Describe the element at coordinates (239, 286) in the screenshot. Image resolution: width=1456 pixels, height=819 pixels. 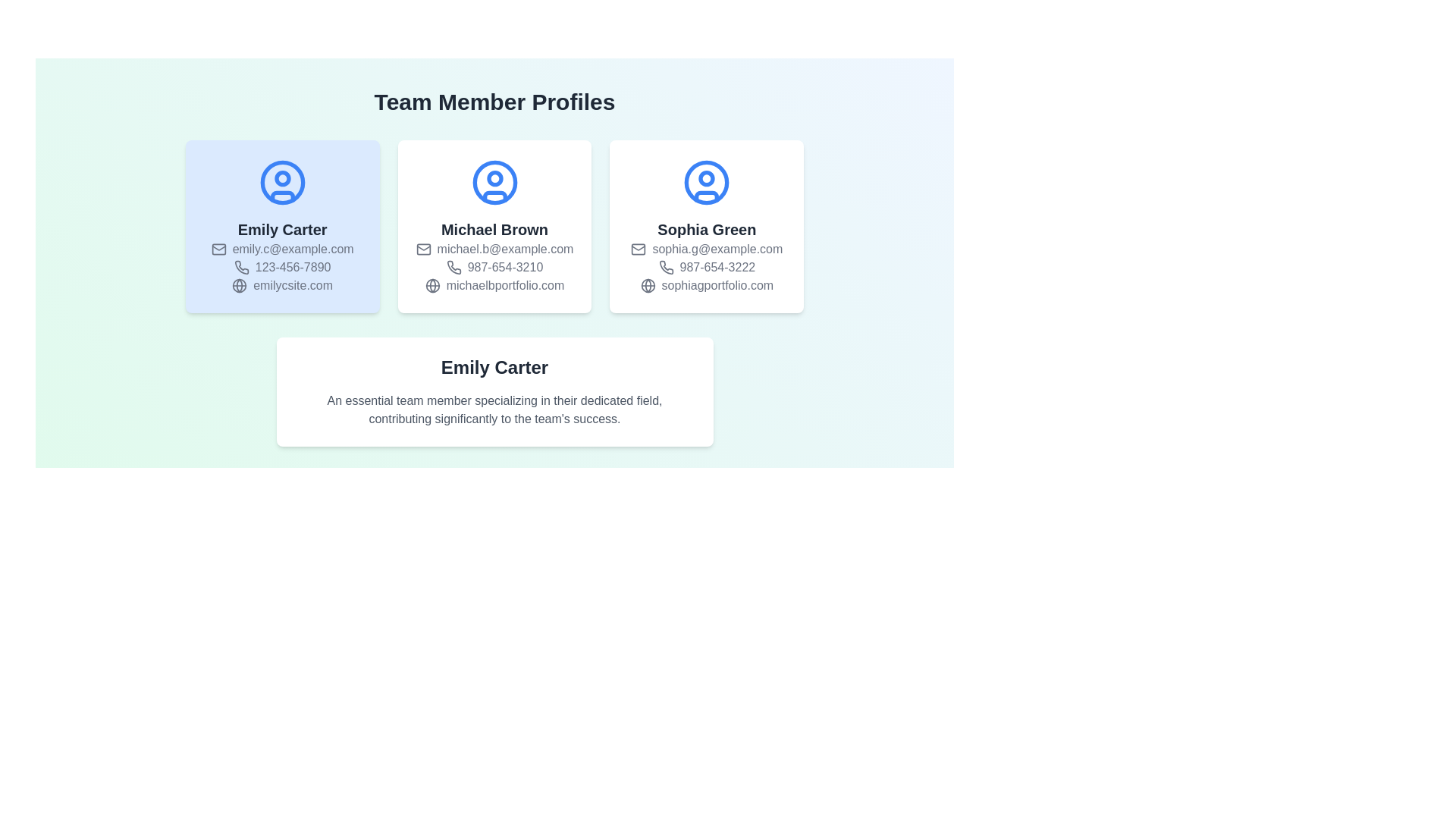
I see `the globe icon associated with Emily Carter's profile card, located at the bottom-left corner near her contact details` at that location.